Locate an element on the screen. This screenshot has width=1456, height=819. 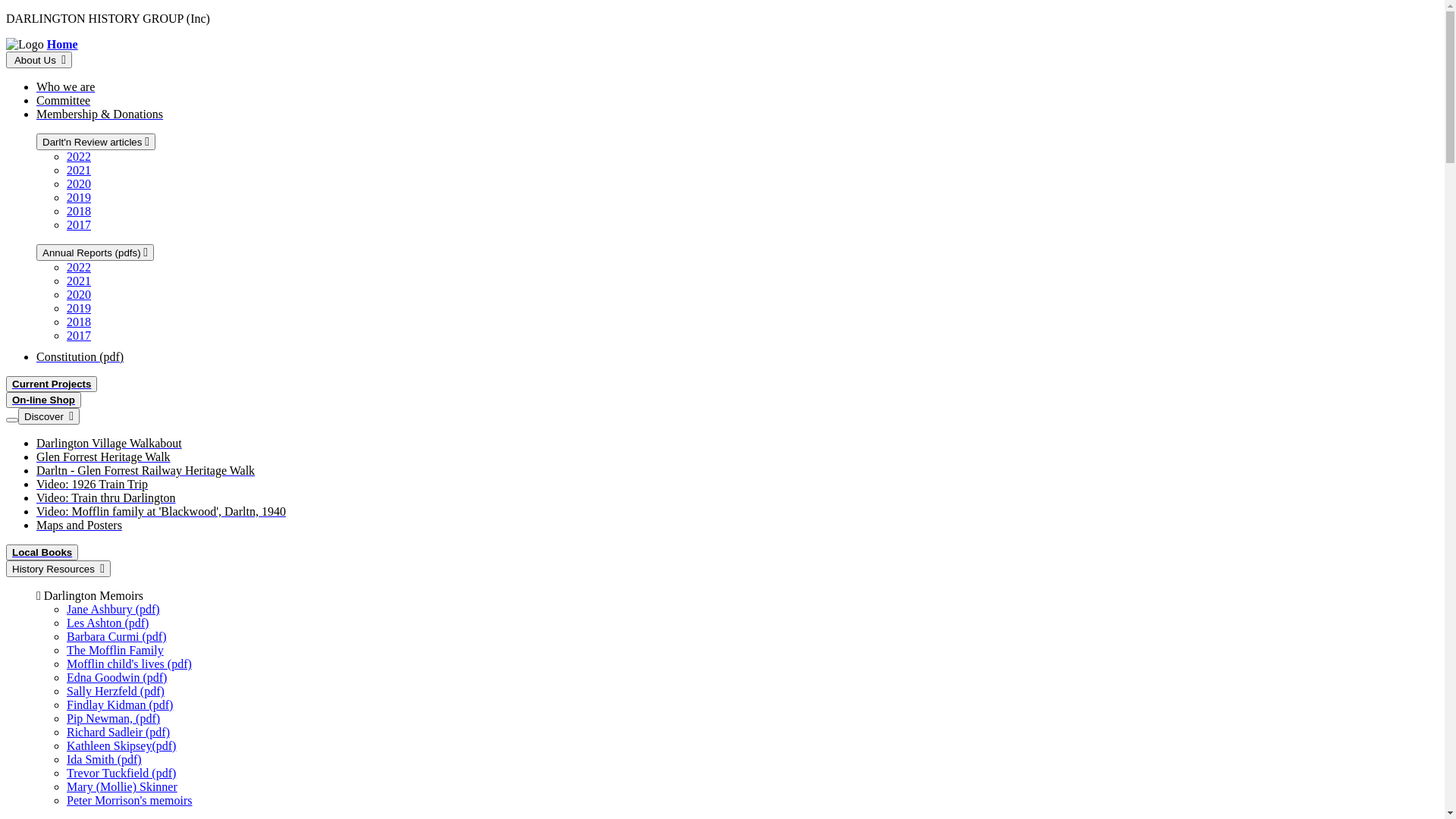
'Les Ashton (pdf)' is located at coordinates (107, 623).